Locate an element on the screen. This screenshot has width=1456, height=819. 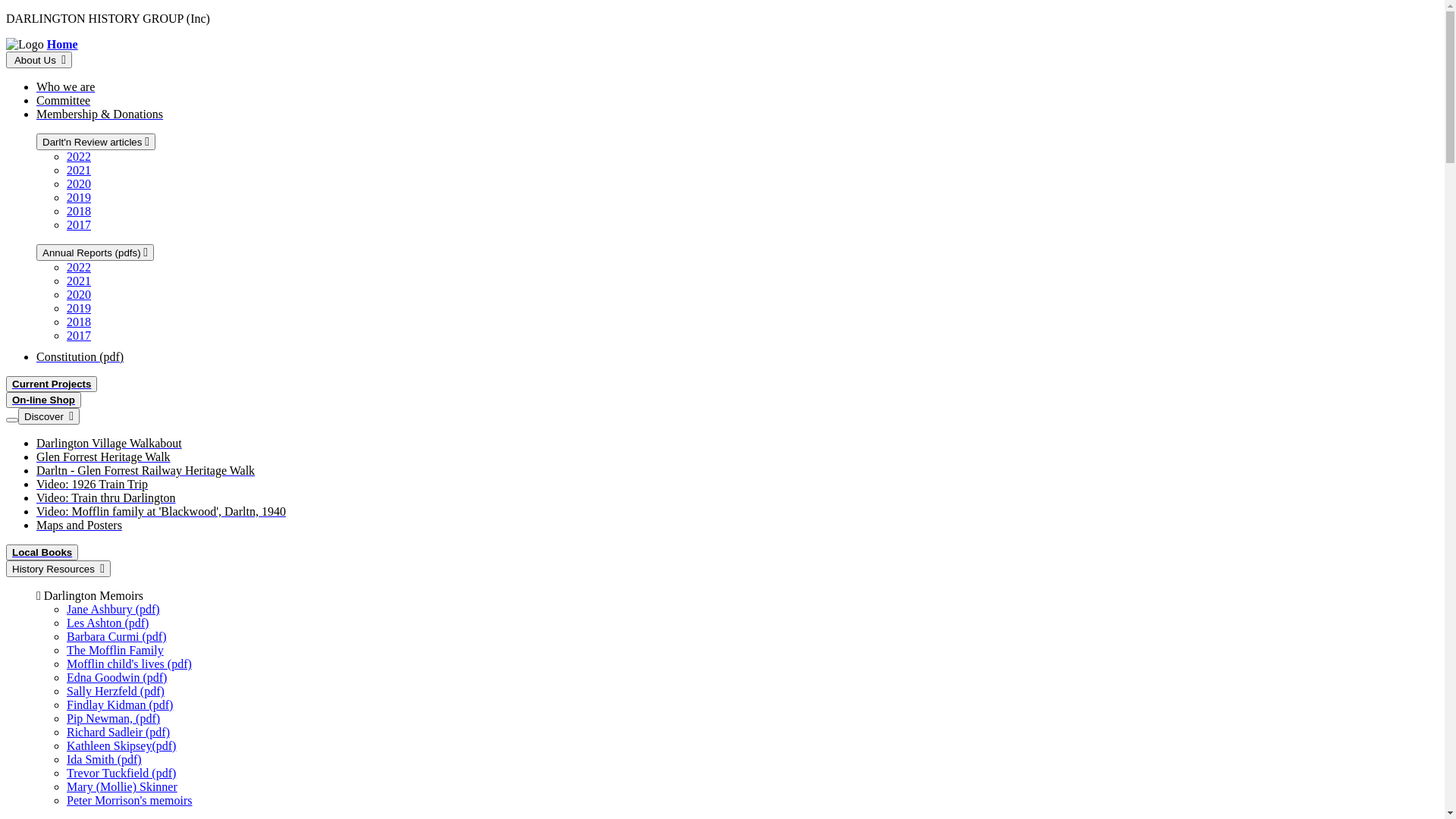
'Les Ashton (pdf)' is located at coordinates (107, 623).